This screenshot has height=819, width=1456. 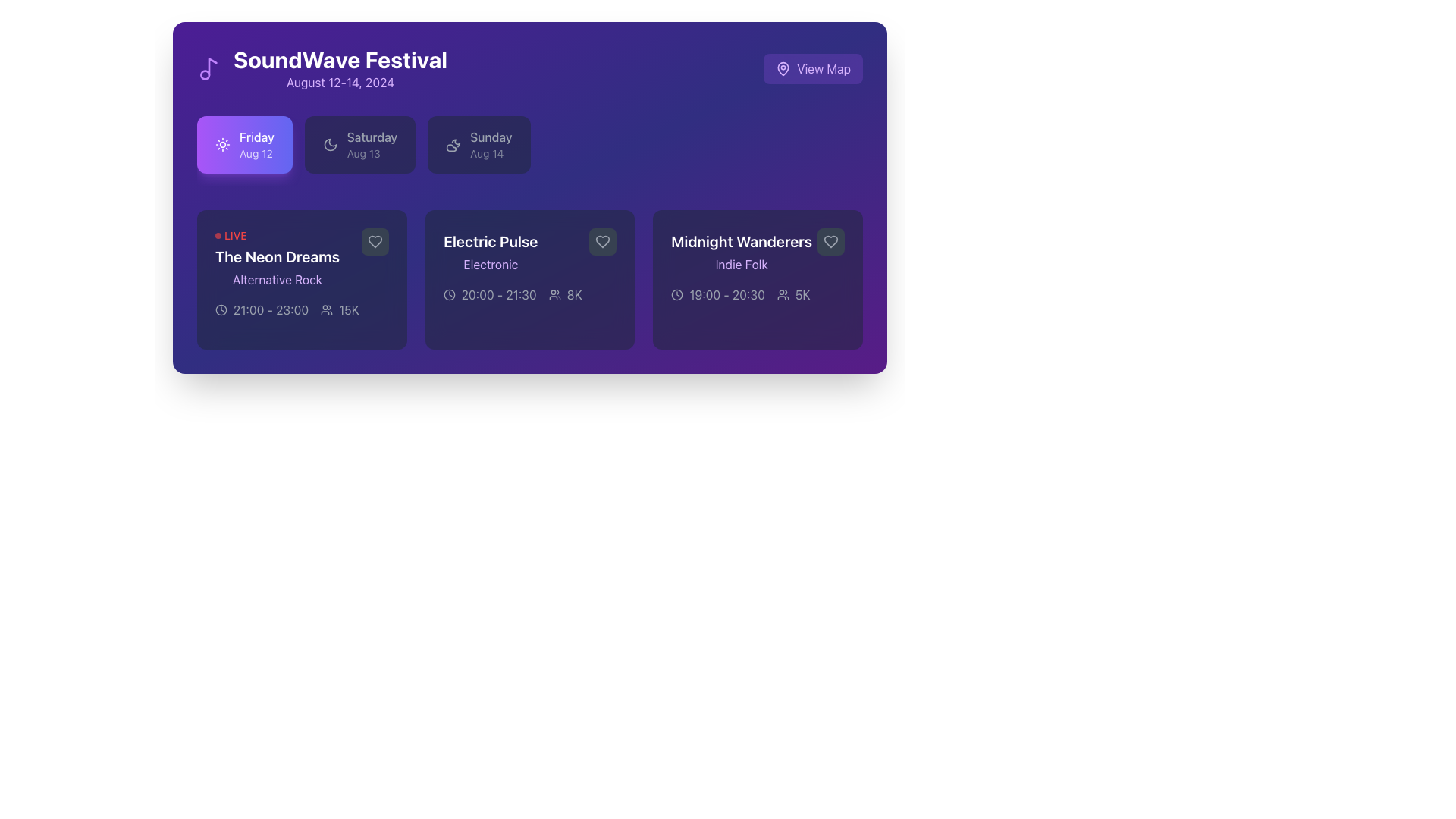 I want to click on the icon representing the number of attendees or followers next to the '8K' text within the 'Electric Pulse' event card, so click(x=554, y=295).